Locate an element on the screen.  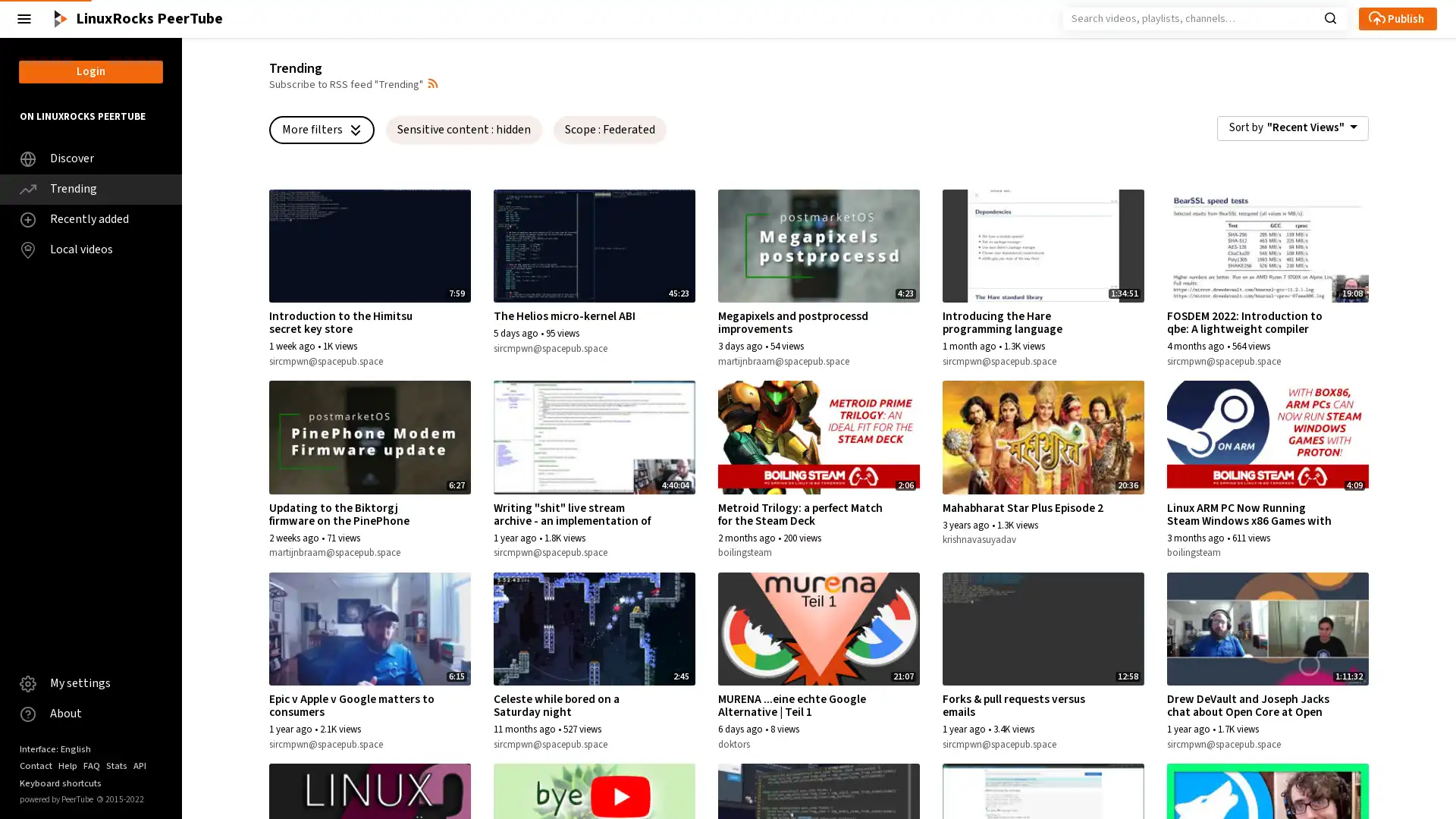
Open syndication dropdown is located at coordinates (432, 82).